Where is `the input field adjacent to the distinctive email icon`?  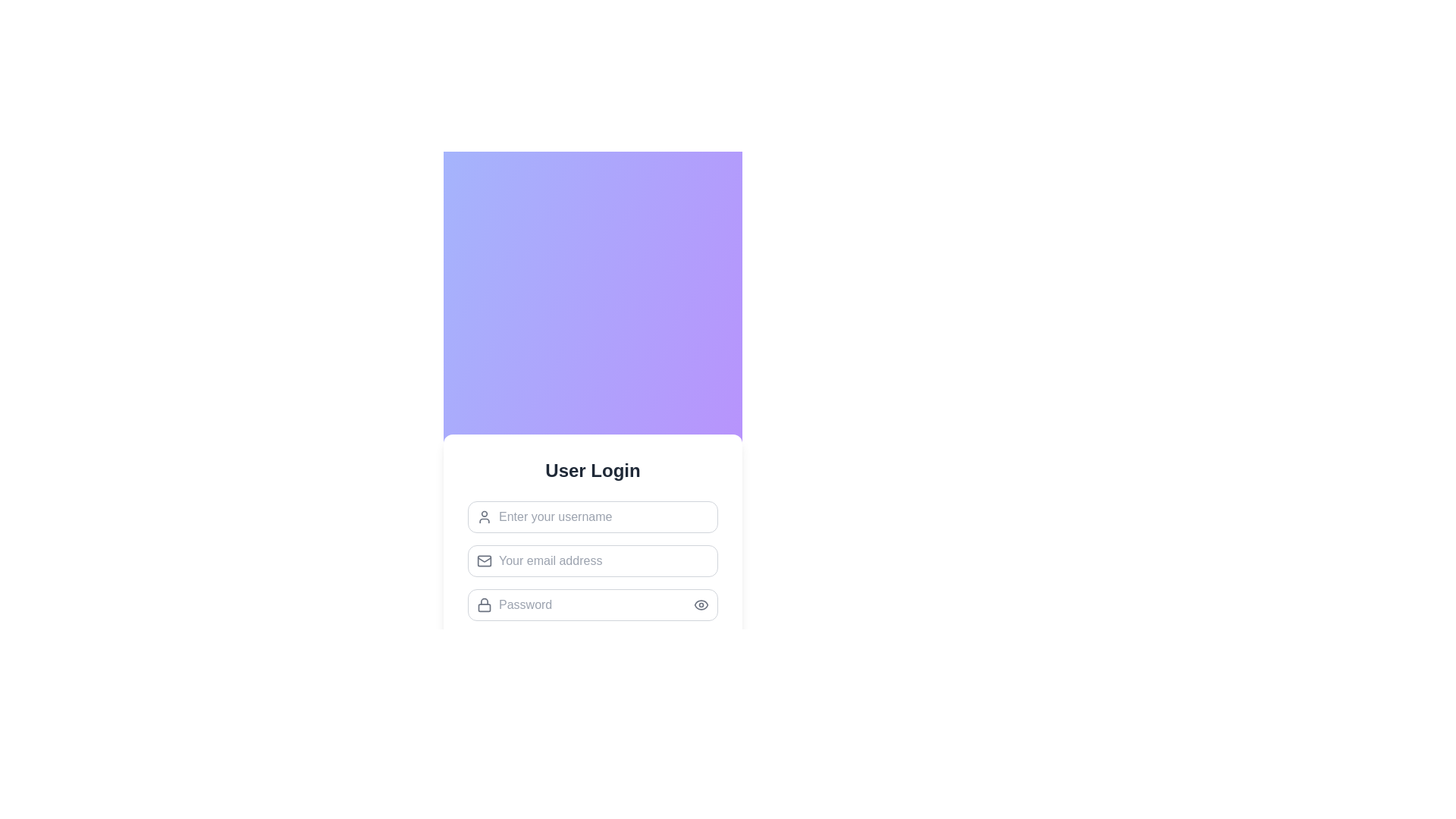
the input field adjacent to the distinctive email icon is located at coordinates (483, 561).